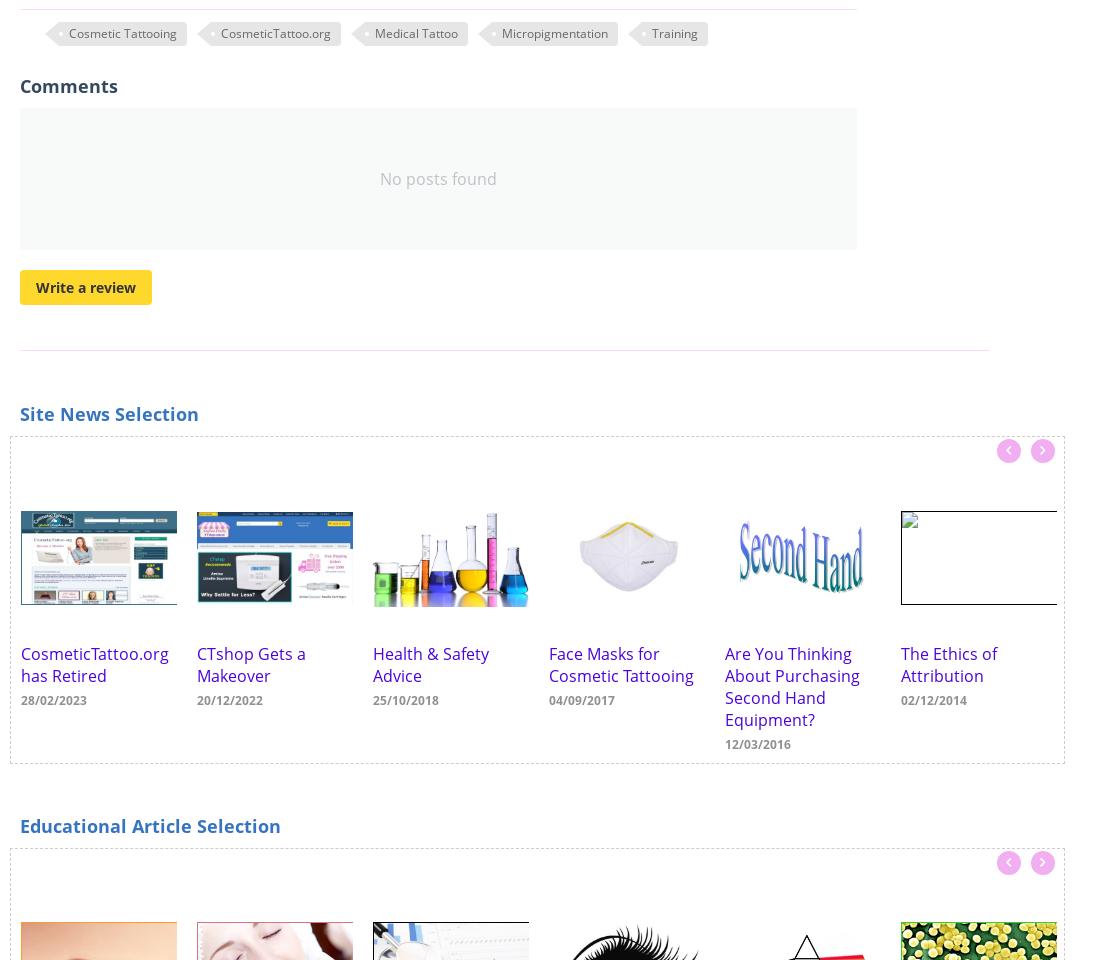 Image resolution: width=1096 pixels, height=960 pixels. Describe the element at coordinates (251, 664) in the screenshot. I see `'CTshop Gets a Makeover'` at that location.